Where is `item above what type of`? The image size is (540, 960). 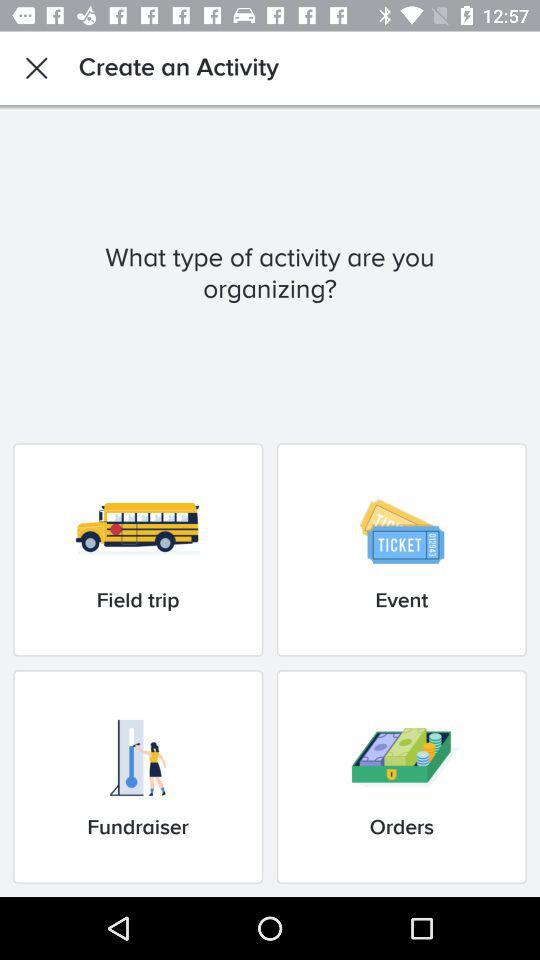
item above what type of is located at coordinates (36, 68).